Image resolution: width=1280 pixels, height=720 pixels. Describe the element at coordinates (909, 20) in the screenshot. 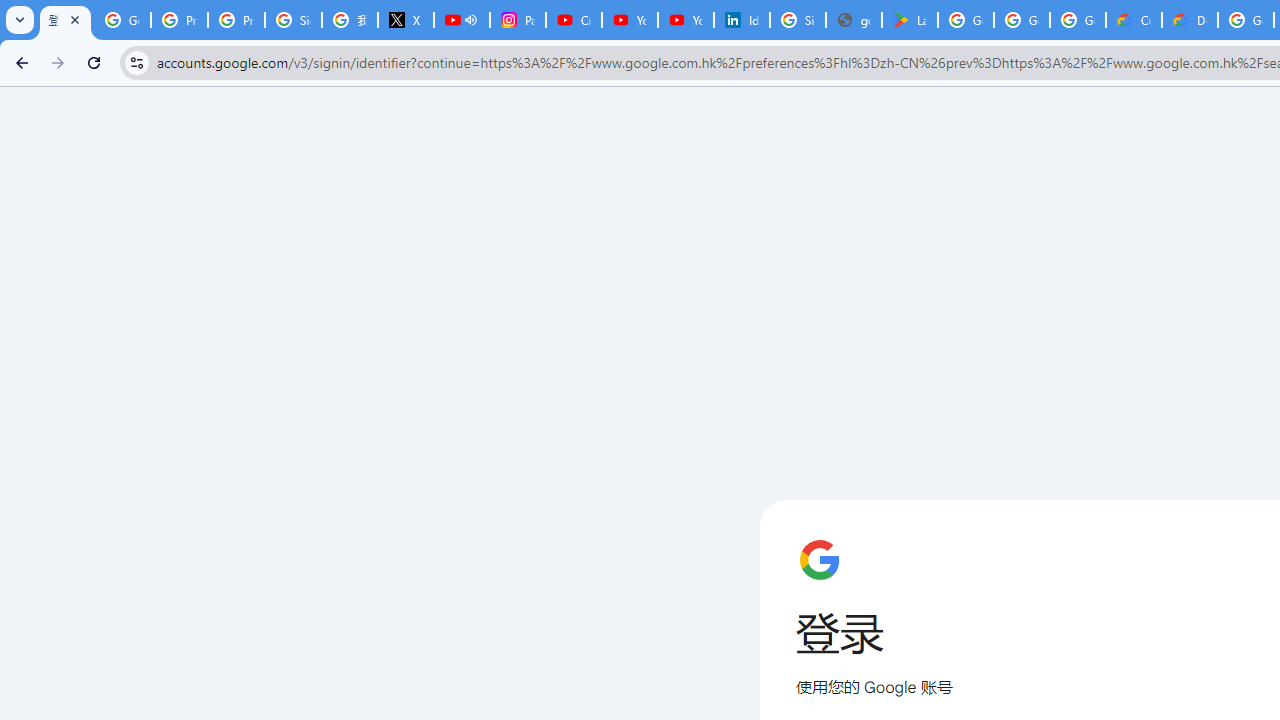

I see `'Last Shelter: Survival - Apps on Google Play'` at that location.